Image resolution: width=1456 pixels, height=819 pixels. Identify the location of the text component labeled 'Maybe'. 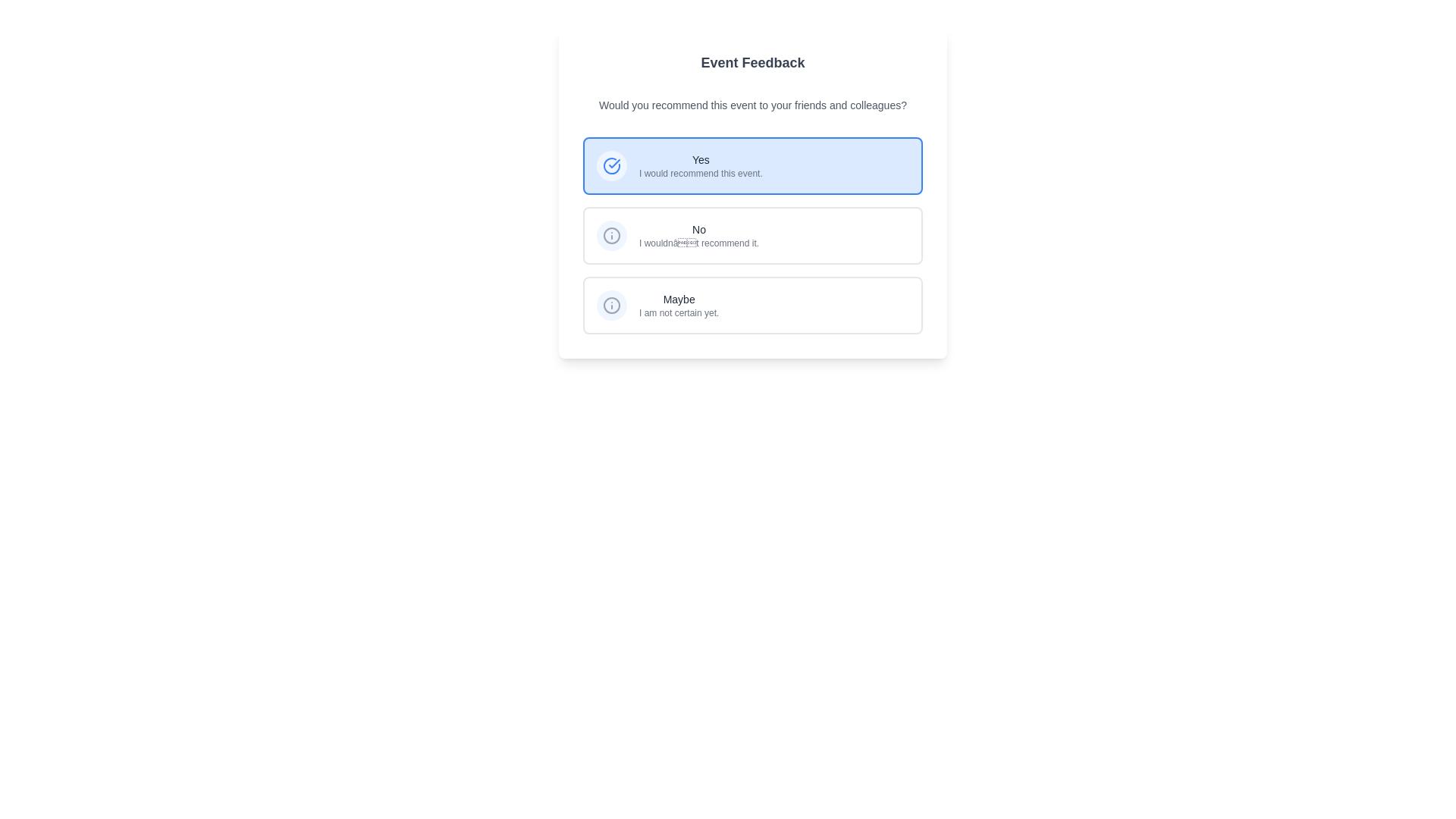
(678, 305).